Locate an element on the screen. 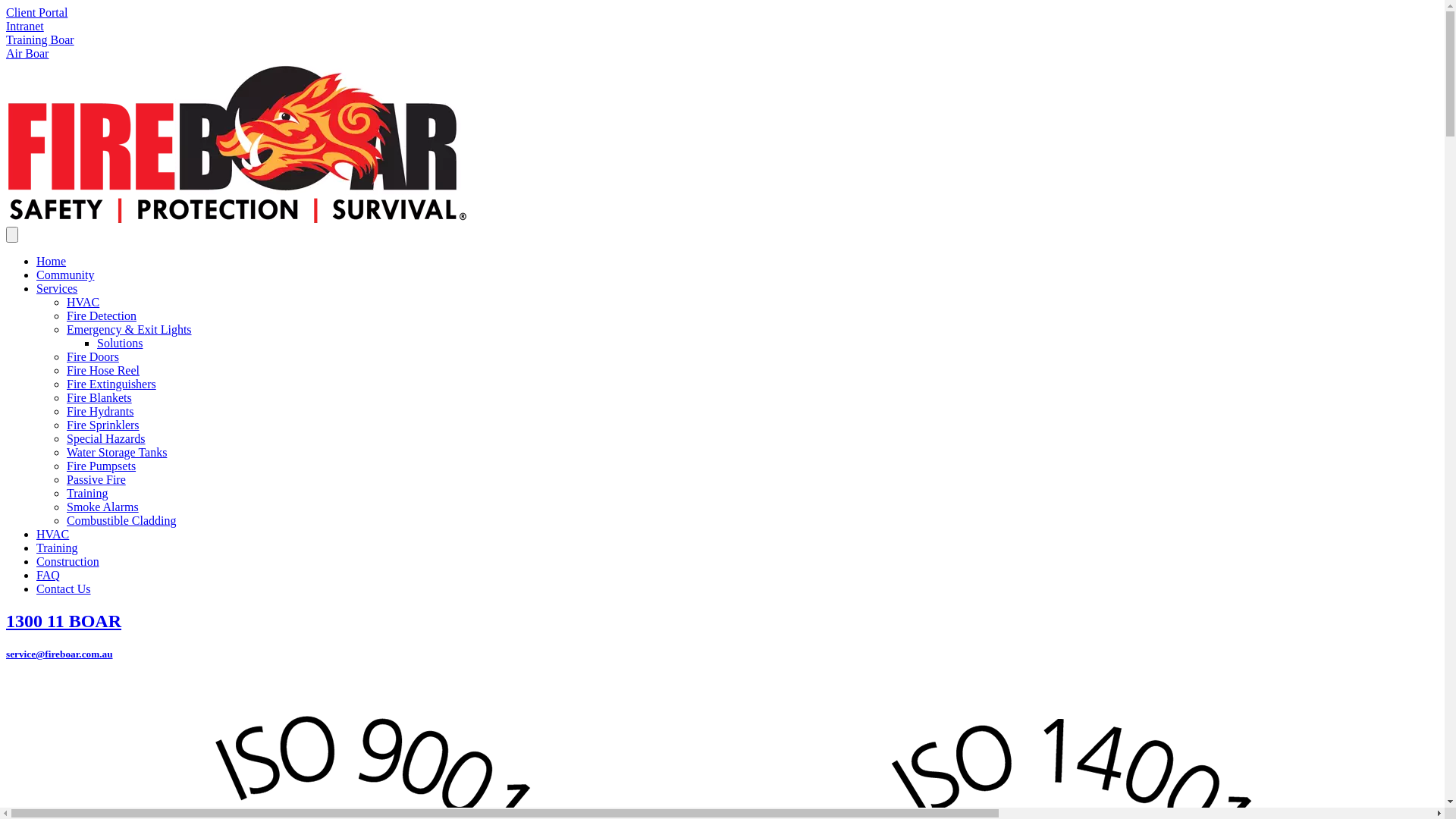 The height and width of the screenshot is (819, 1456). 'Fire Detection' is located at coordinates (101, 315).